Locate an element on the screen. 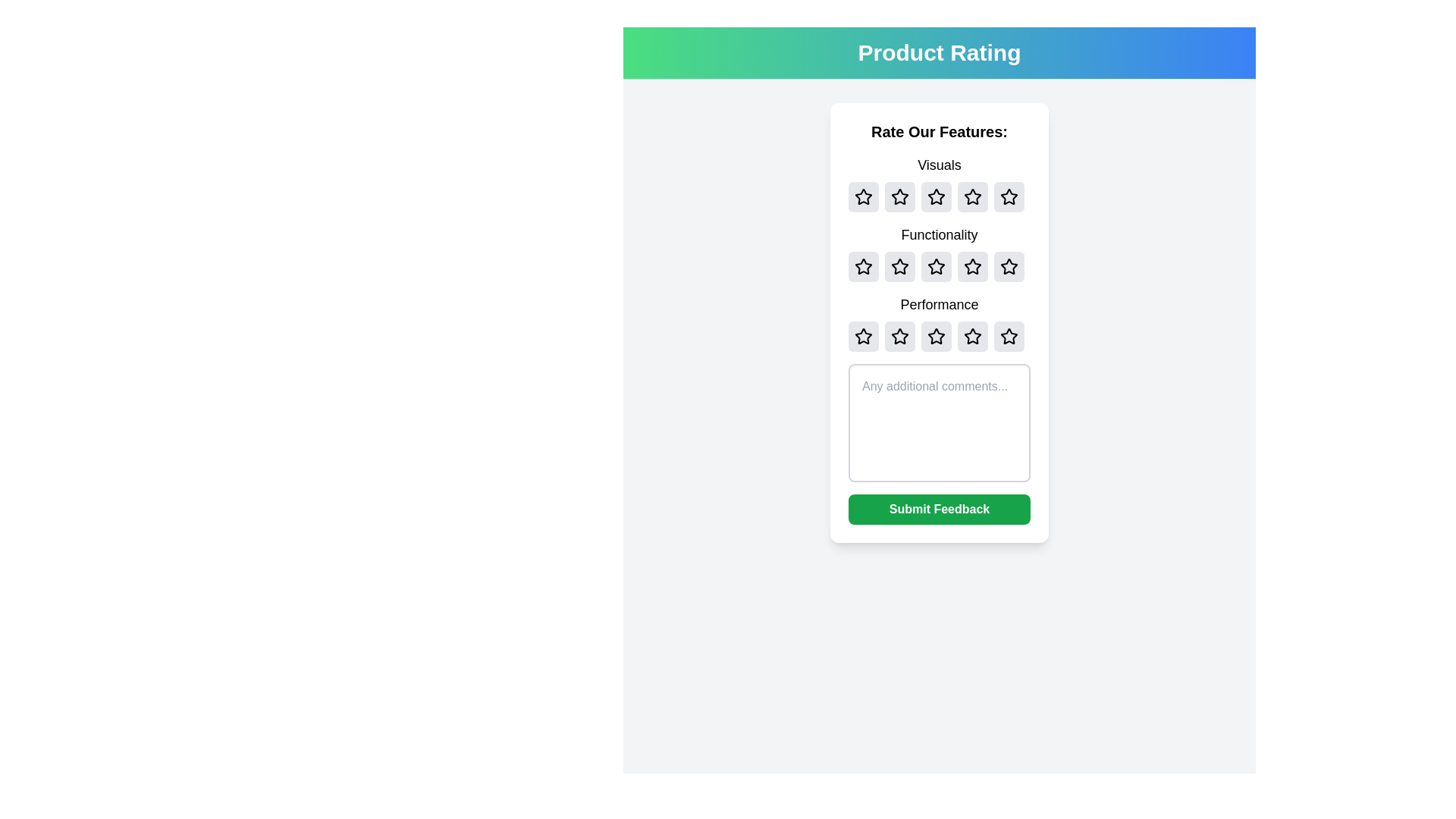 The width and height of the screenshot is (1456, 819). the third star icon in the 'Rate Our Features' panel to rate the 'Functionality' category is located at coordinates (934, 265).